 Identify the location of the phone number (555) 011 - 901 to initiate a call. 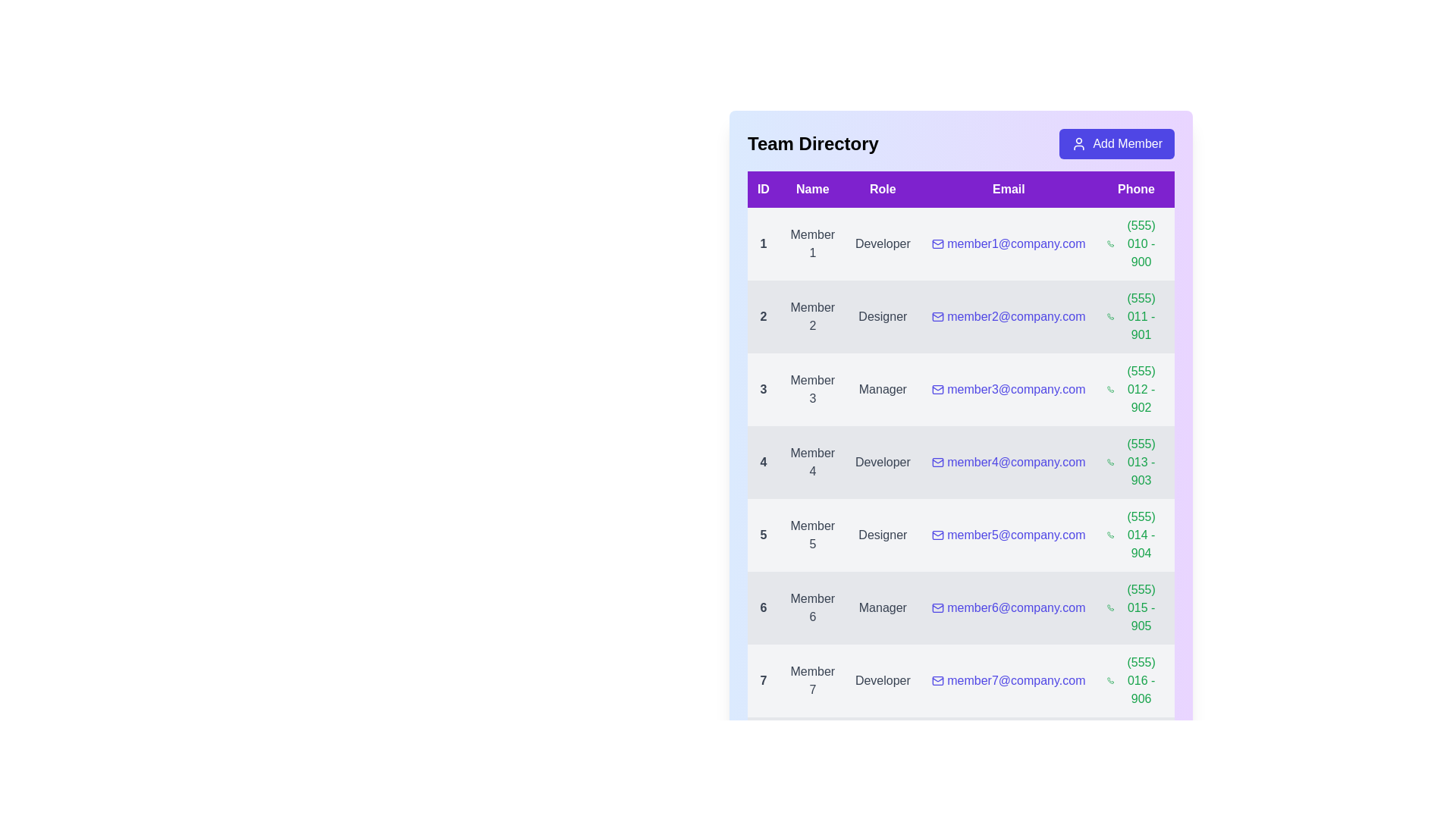
(1136, 315).